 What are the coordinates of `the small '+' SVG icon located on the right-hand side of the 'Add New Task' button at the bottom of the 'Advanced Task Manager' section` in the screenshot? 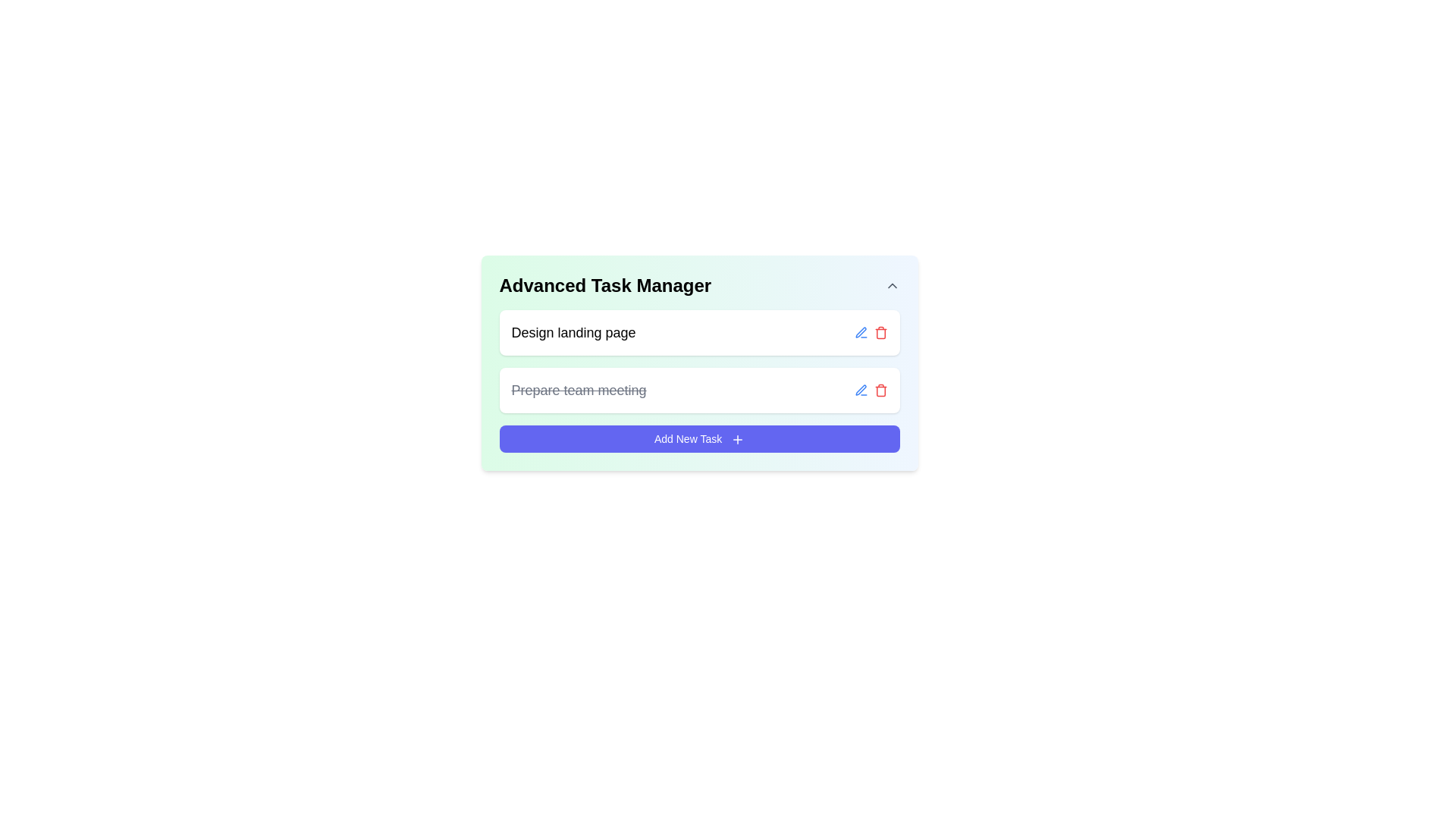 It's located at (738, 440).